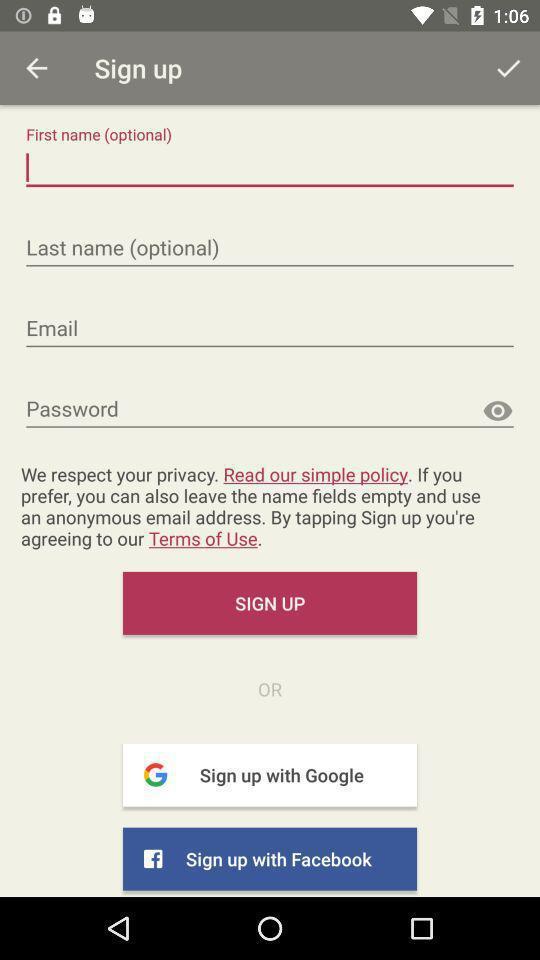  Describe the element at coordinates (270, 248) in the screenshot. I see `text field which is at 2nd line of the page` at that location.